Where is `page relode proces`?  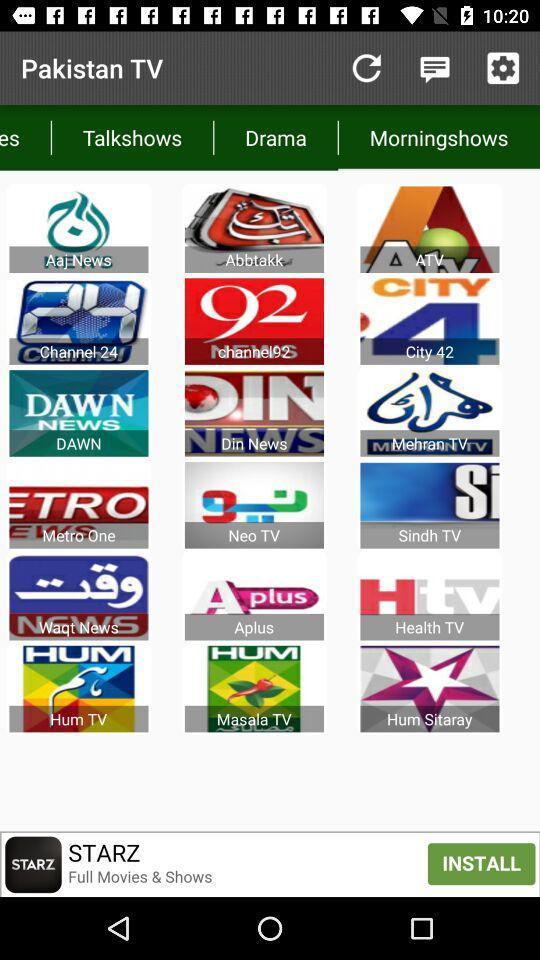
page relode proces is located at coordinates (365, 68).